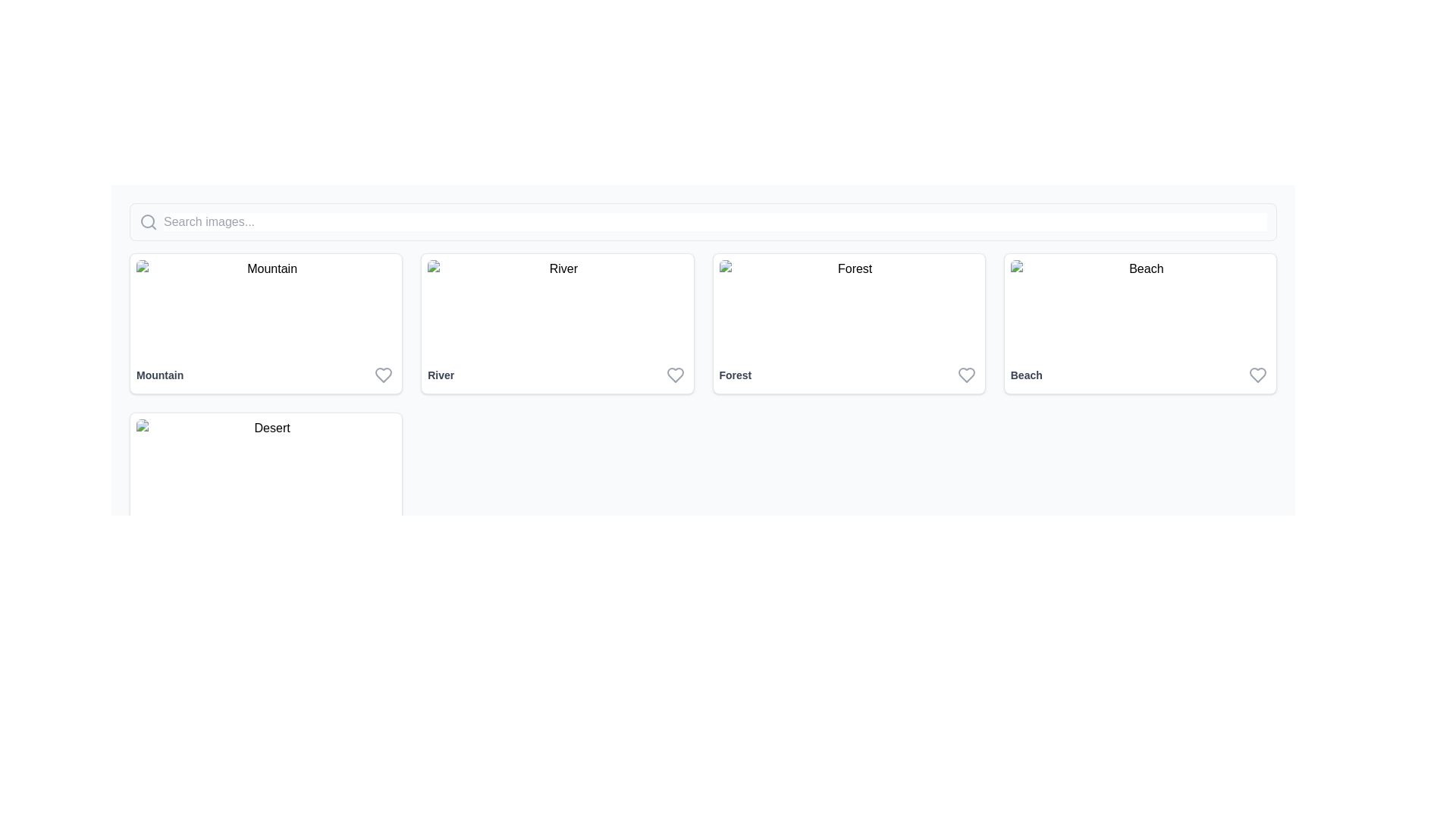 The width and height of the screenshot is (1456, 819). I want to click on the heart icon located in the bottom right corner of the 'Beach' card, which represents a 'favorite' or 'like' feature, so click(1258, 375).